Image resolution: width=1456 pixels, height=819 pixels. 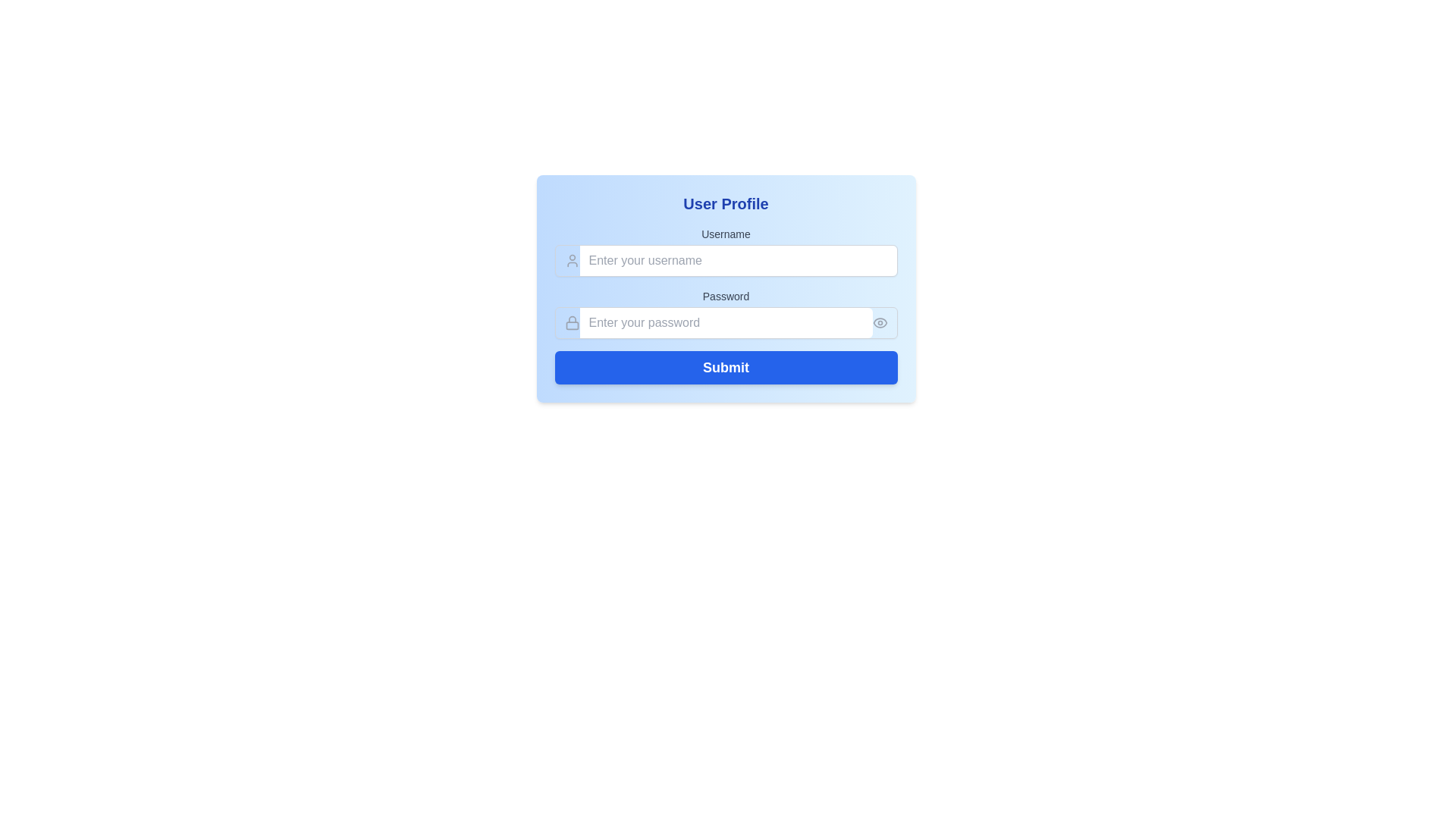 What do you see at coordinates (566, 322) in the screenshot?
I see `the lock icon with a gray outline located to the left of the password input field` at bounding box center [566, 322].